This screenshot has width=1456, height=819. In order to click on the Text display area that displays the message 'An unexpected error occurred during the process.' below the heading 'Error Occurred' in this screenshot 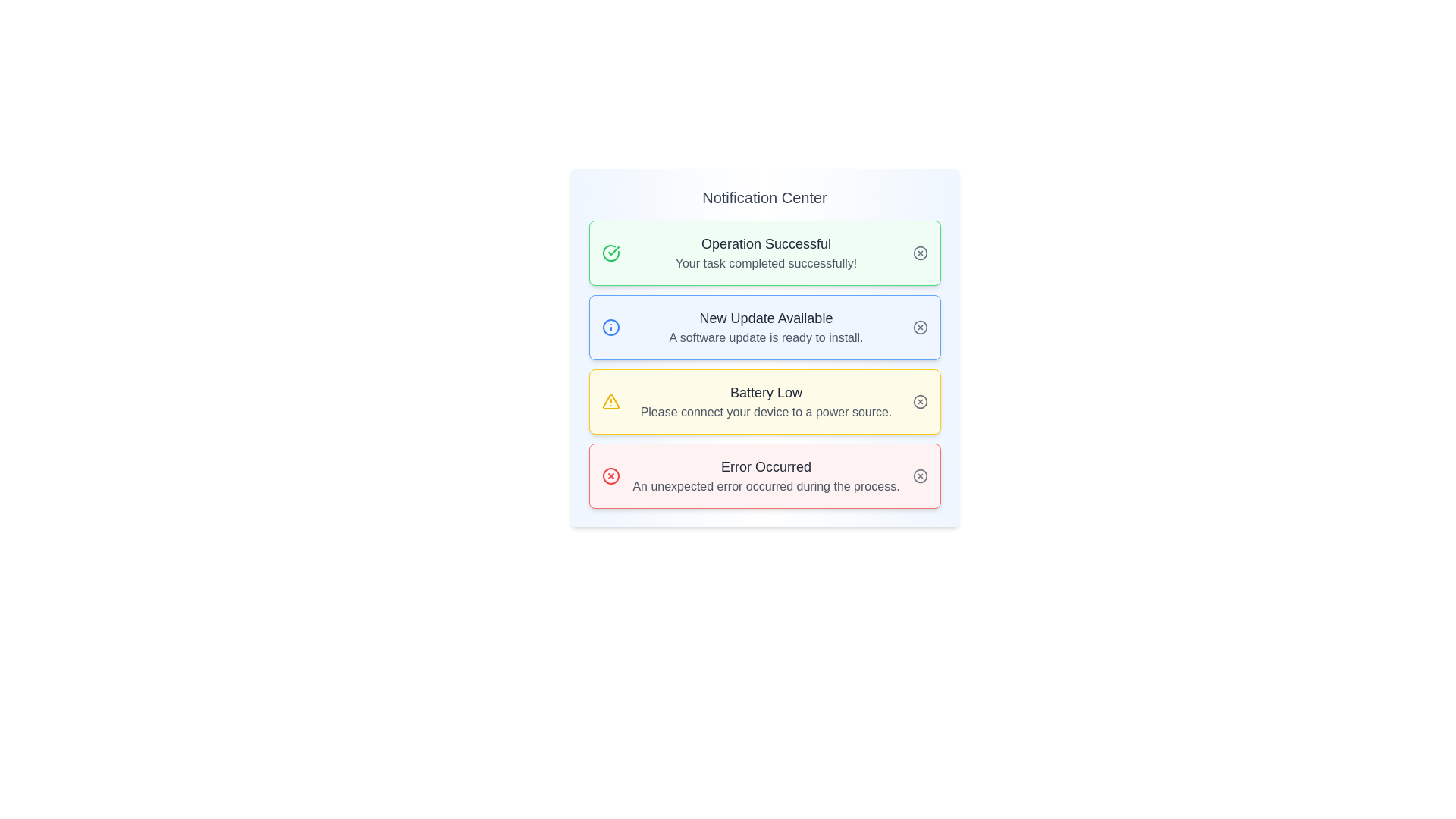, I will do `click(766, 486)`.